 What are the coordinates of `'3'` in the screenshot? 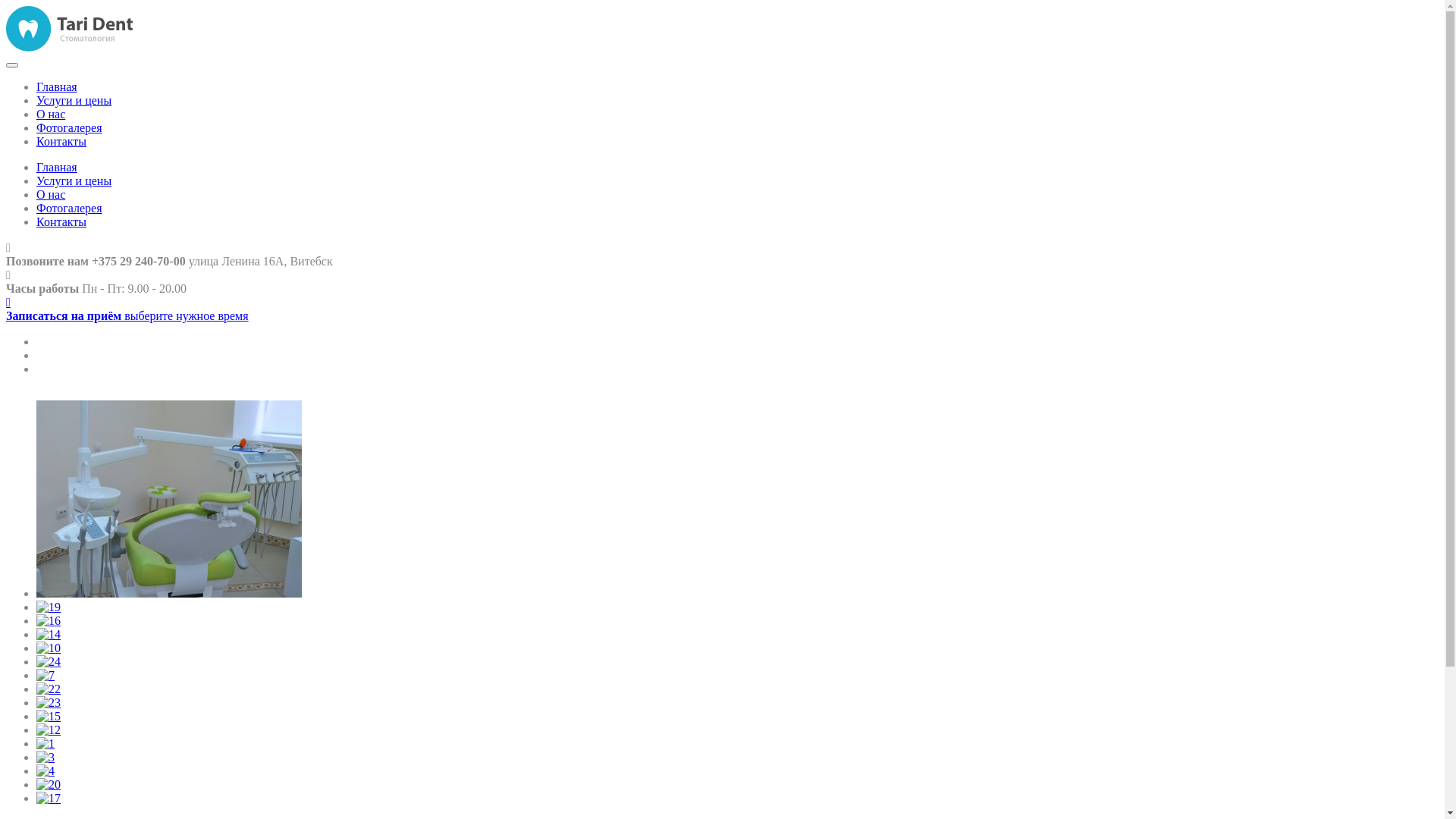 It's located at (36, 758).